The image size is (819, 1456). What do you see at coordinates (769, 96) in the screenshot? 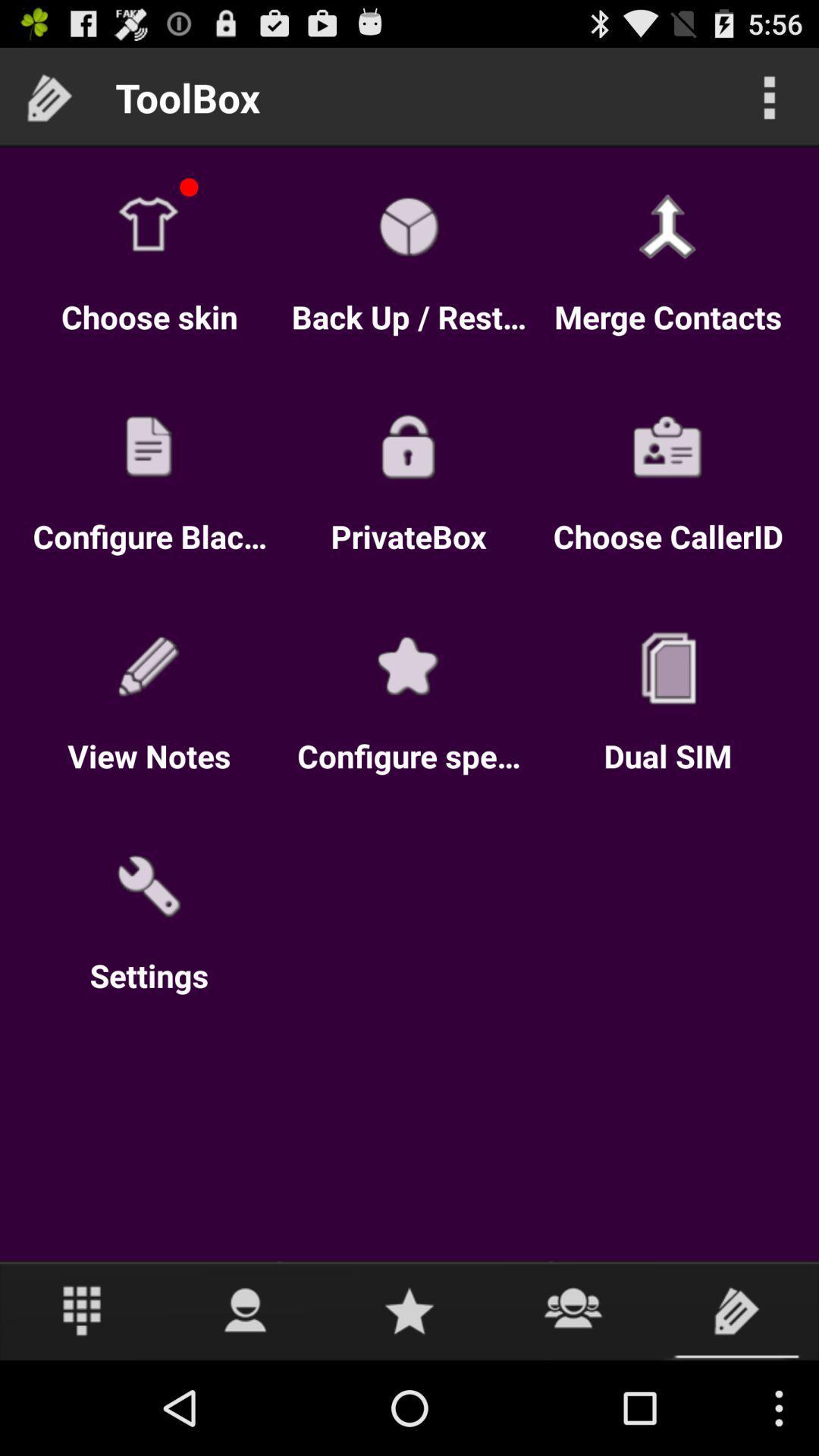
I see `show more options` at bounding box center [769, 96].